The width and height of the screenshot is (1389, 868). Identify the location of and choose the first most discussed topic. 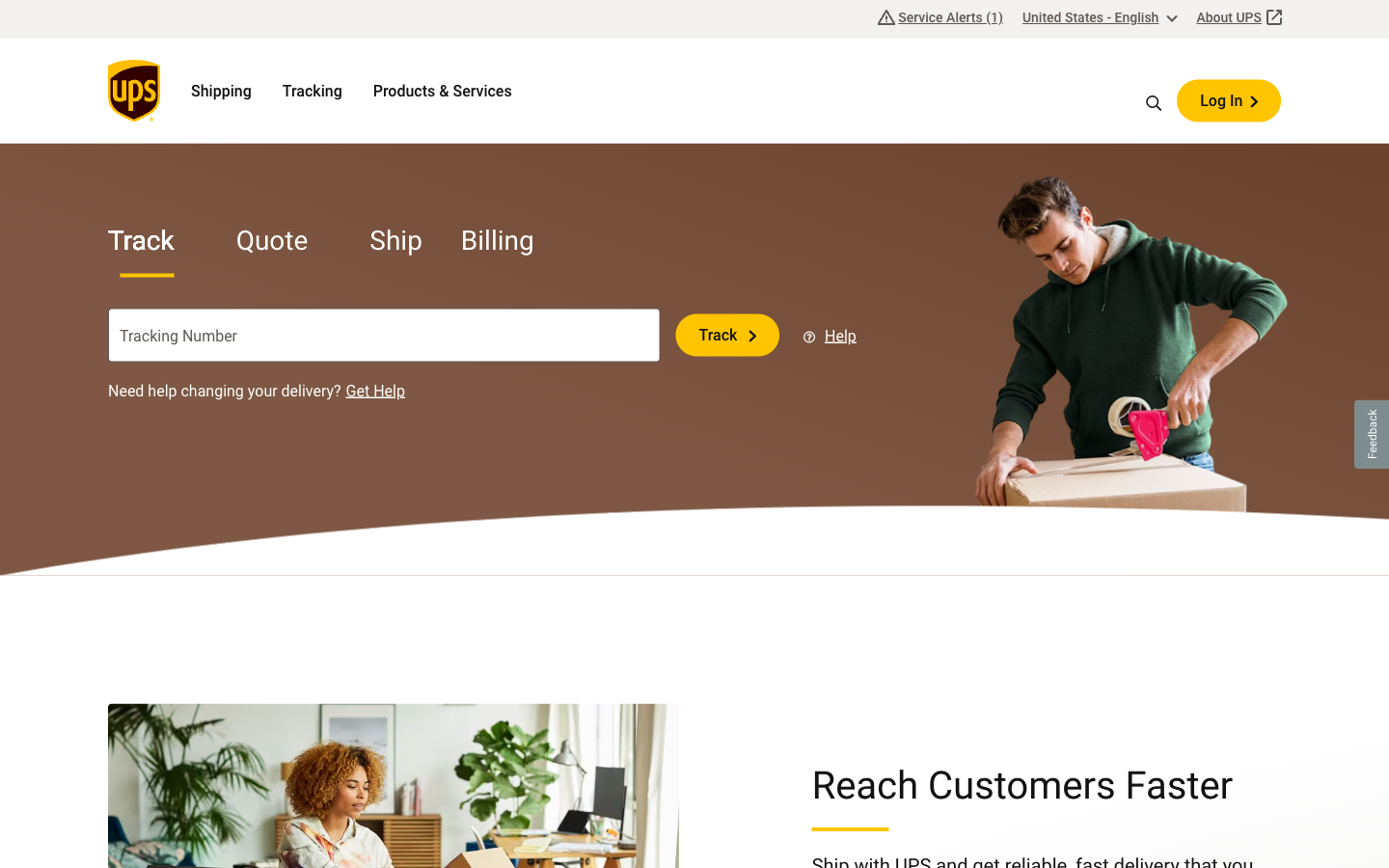
(1155, 99).